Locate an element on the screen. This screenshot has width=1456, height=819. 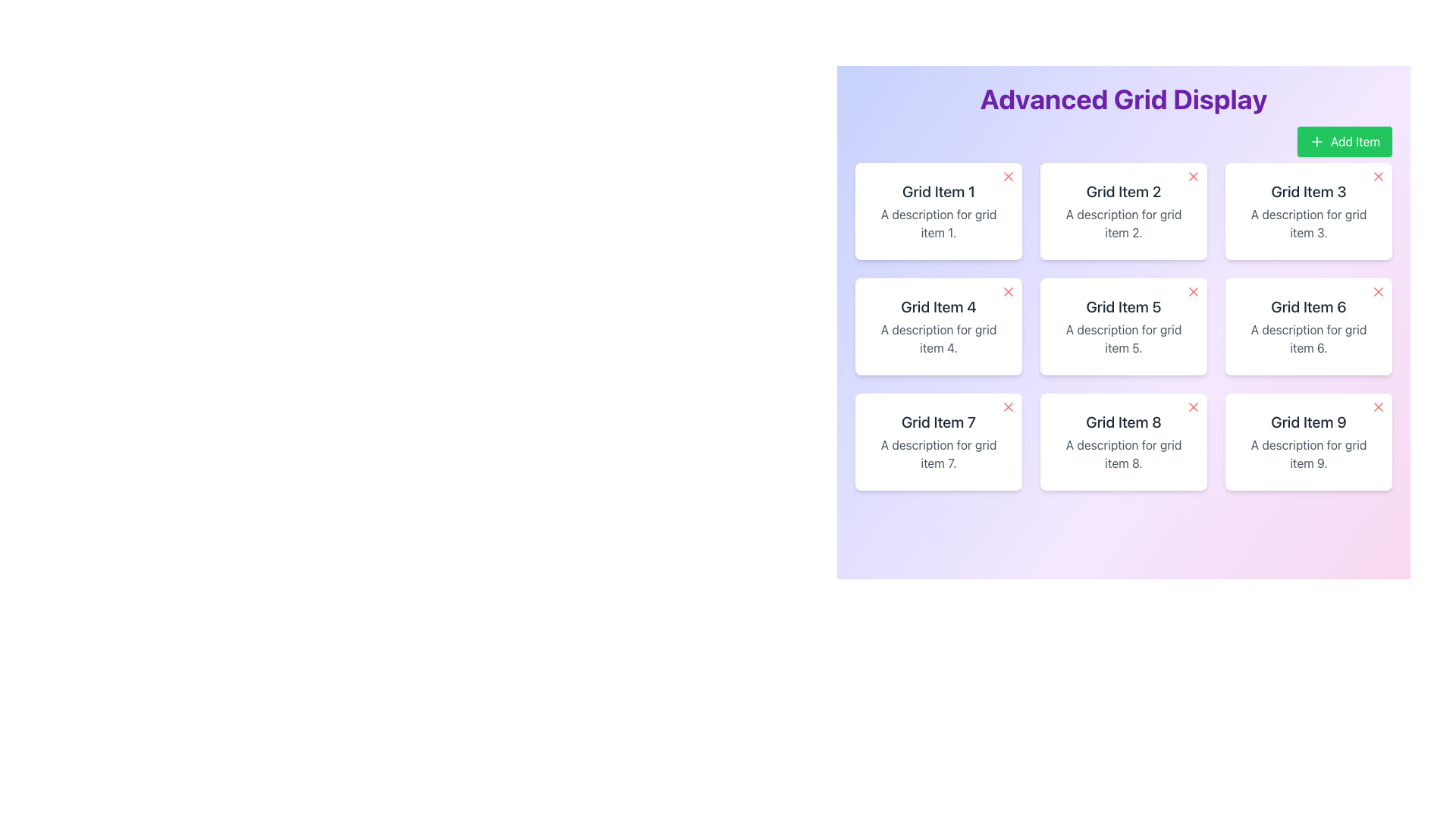
the red 'X' close icon located at the top-right corner of the 'Grid Item 7' card is located at coordinates (1008, 406).